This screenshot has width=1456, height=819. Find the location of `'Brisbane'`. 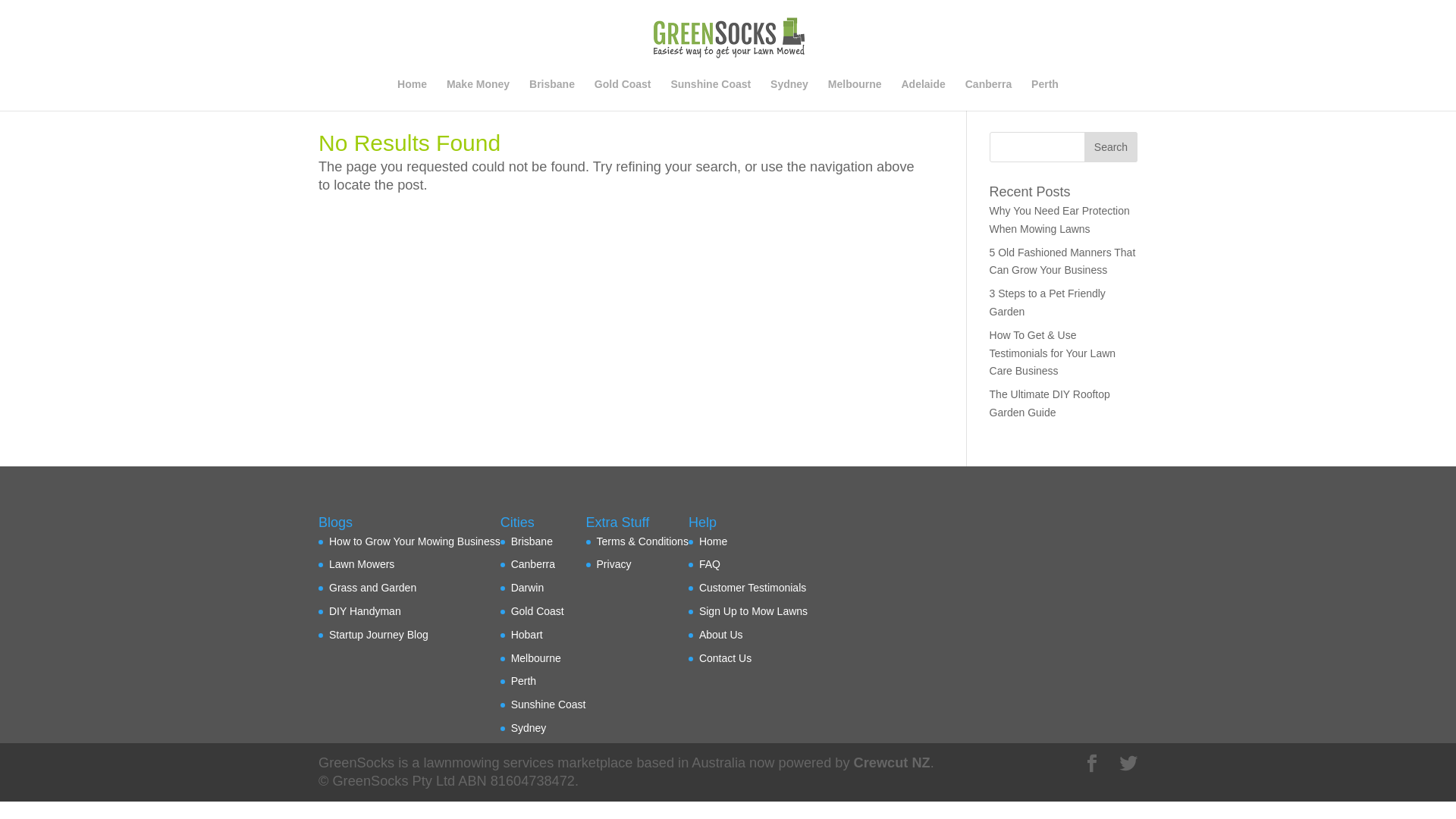

'Brisbane' is located at coordinates (551, 94).